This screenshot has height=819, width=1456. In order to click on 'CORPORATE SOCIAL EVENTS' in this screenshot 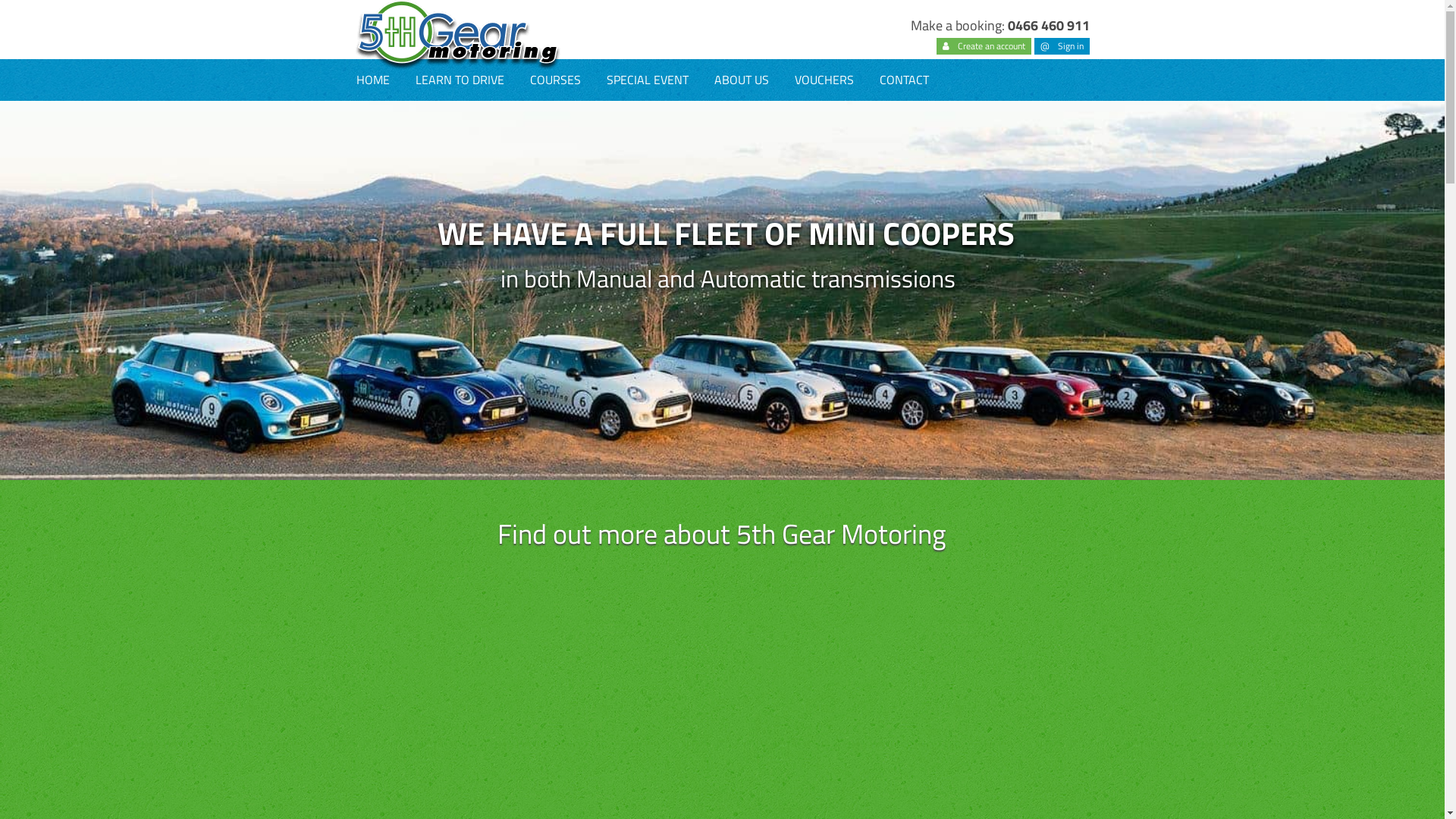, I will do `click(647, 121)`.